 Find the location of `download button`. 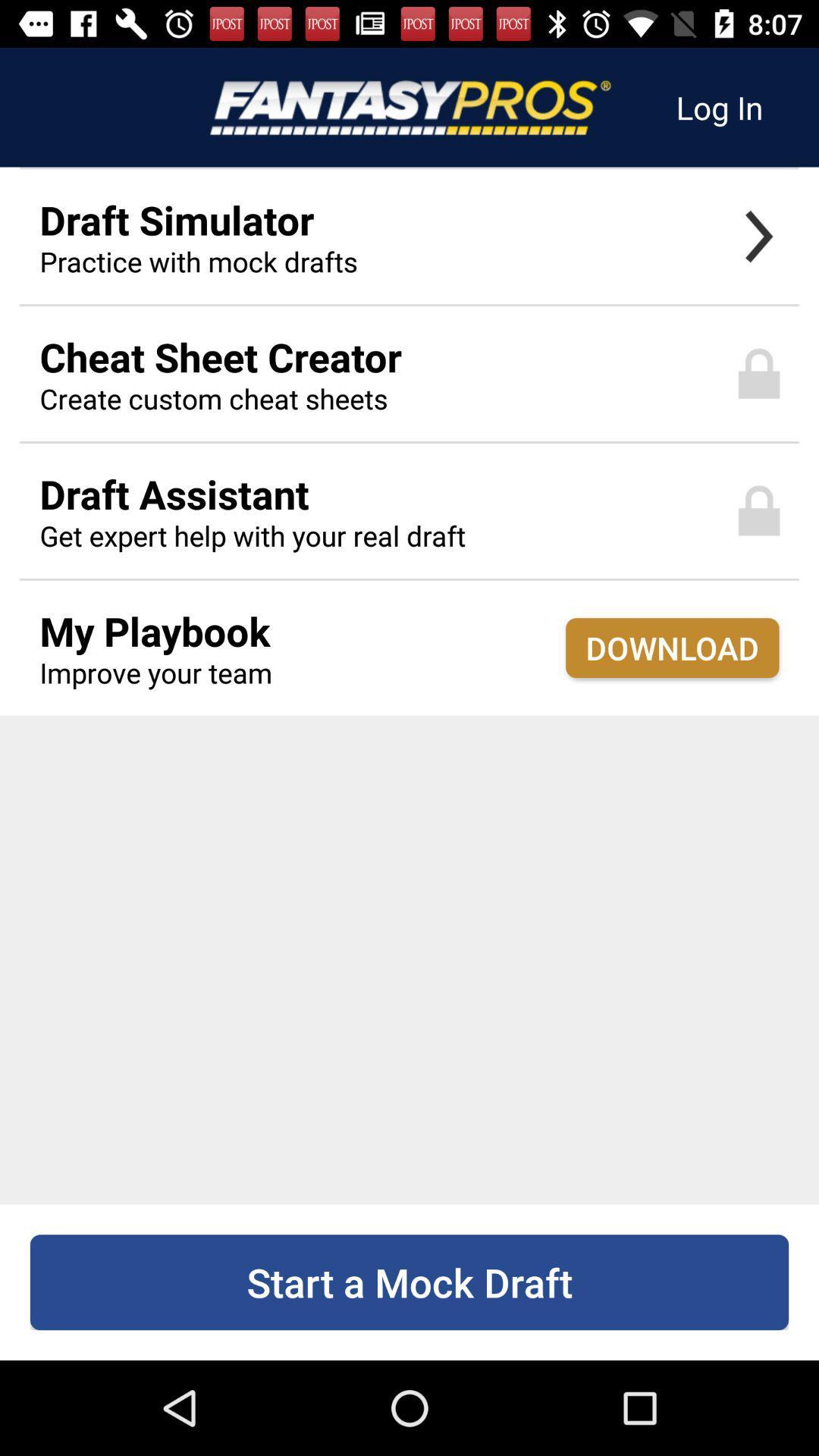

download button is located at coordinates (671, 648).